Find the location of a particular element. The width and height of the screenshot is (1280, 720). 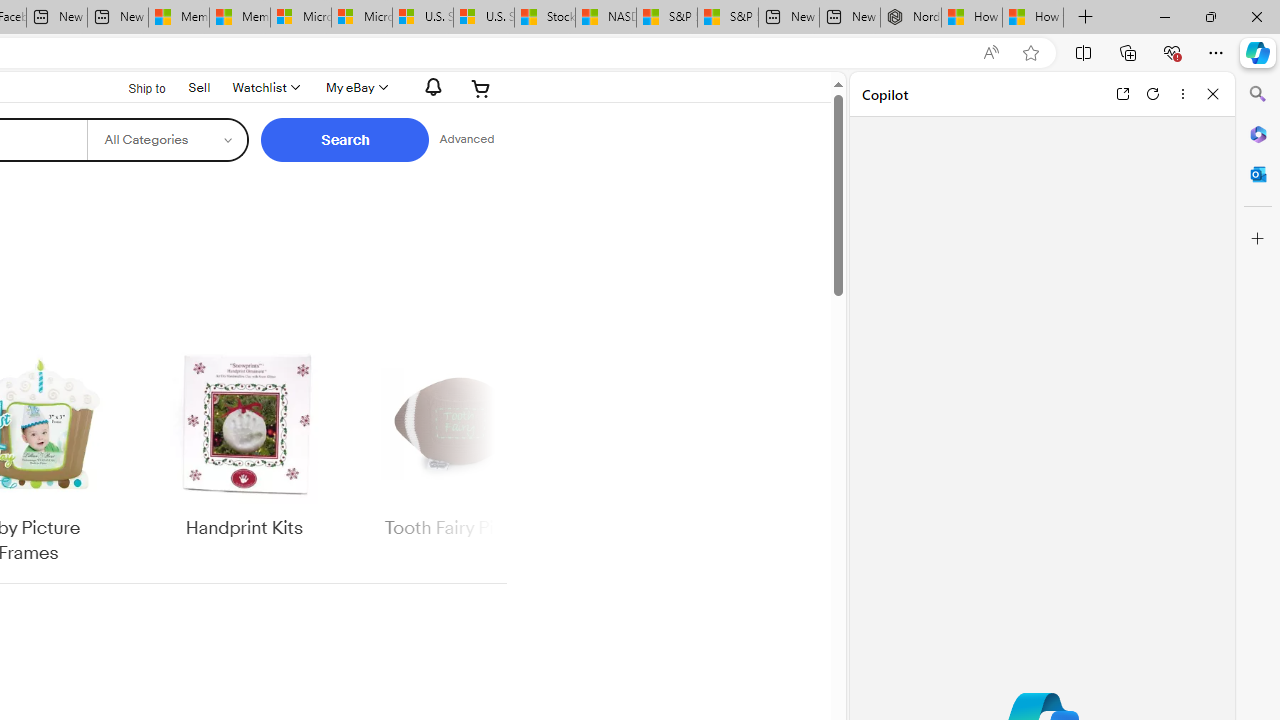

'Sell' is located at coordinates (199, 86).